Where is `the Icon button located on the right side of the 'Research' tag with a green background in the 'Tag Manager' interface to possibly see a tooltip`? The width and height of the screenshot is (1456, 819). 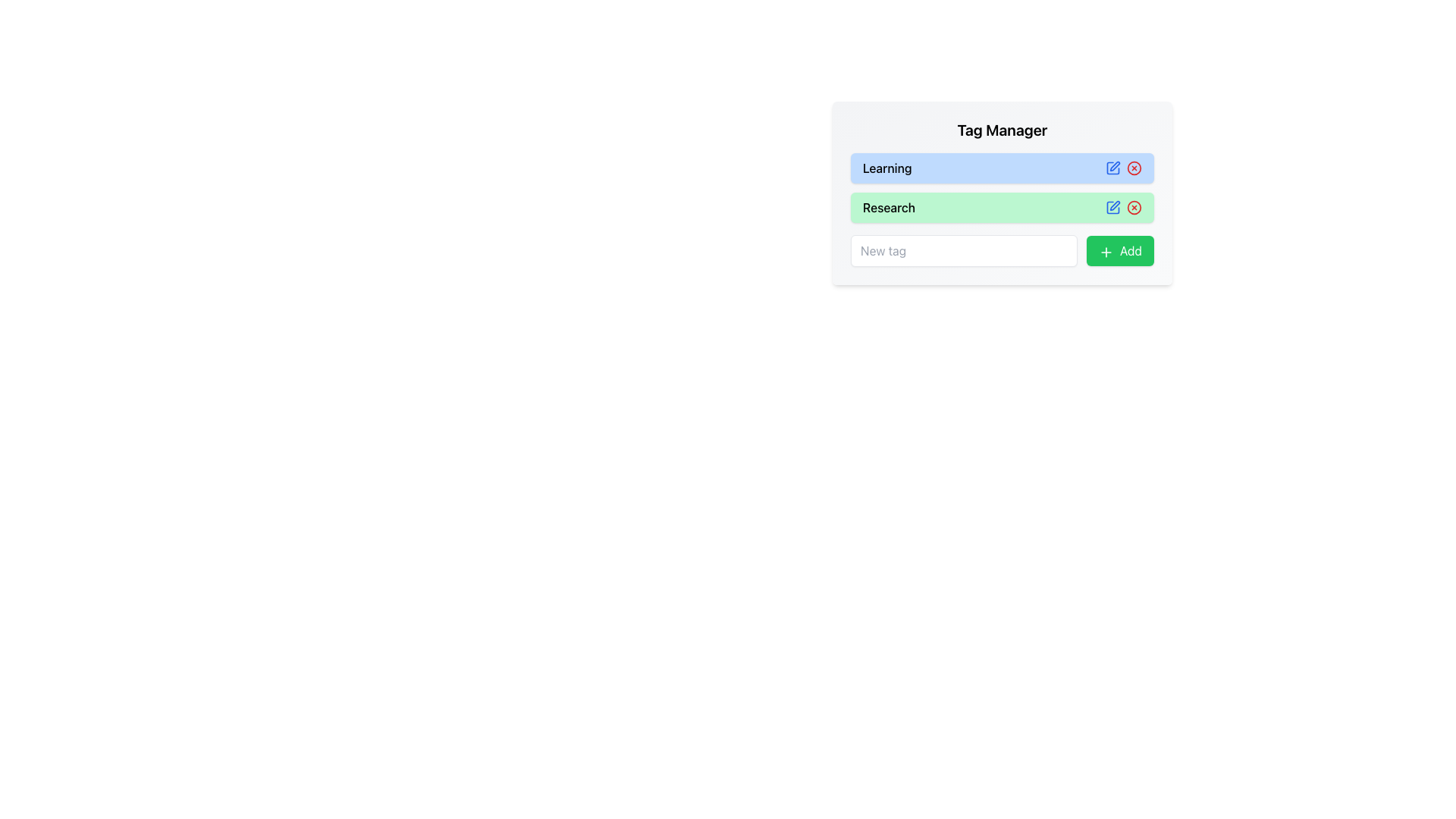
the Icon button located on the right side of the 'Research' tag with a green background in the 'Tag Manager' interface to possibly see a tooltip is located at coordinates (1113, 207).